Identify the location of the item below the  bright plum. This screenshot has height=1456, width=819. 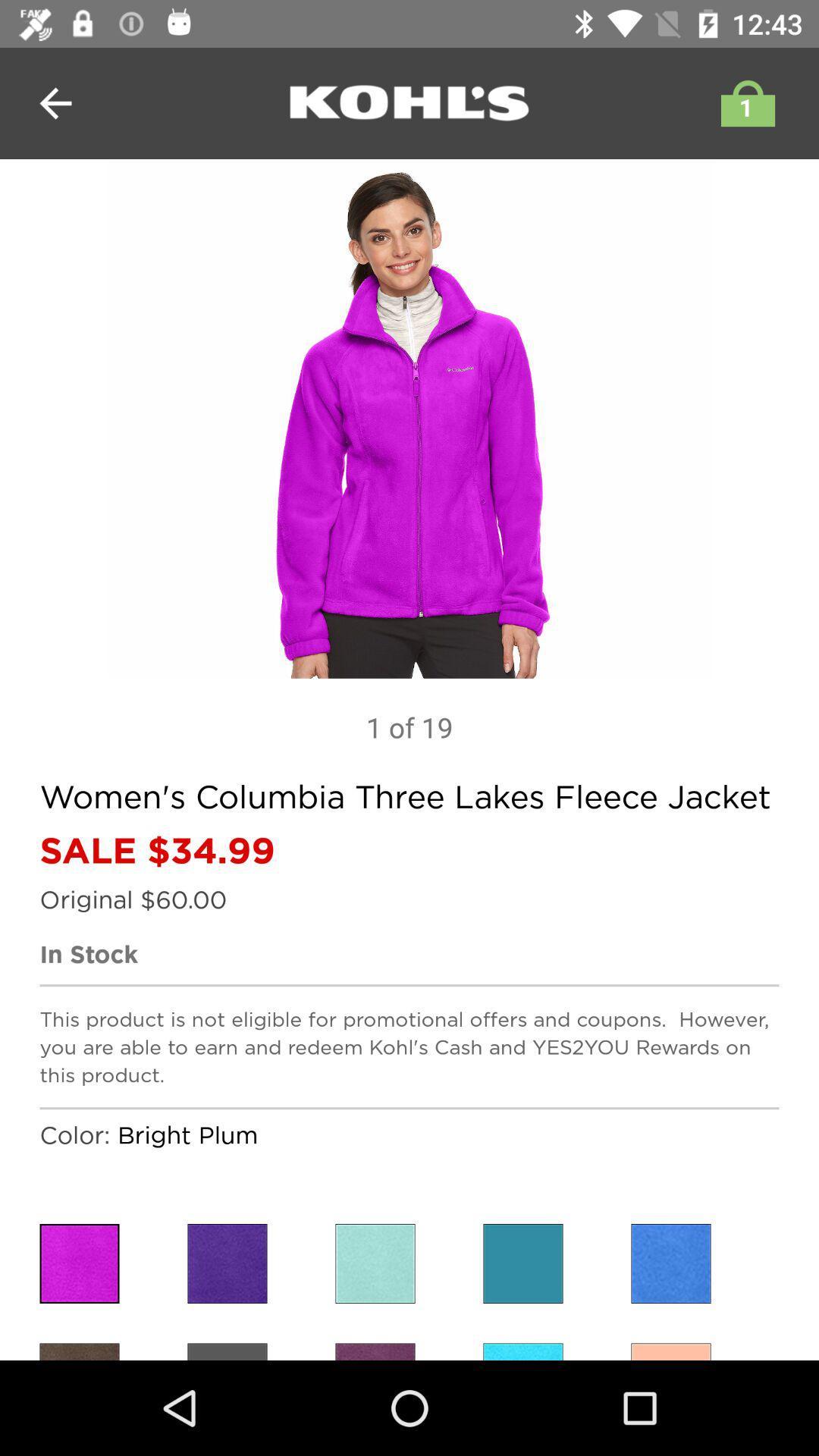
(227, 1263).